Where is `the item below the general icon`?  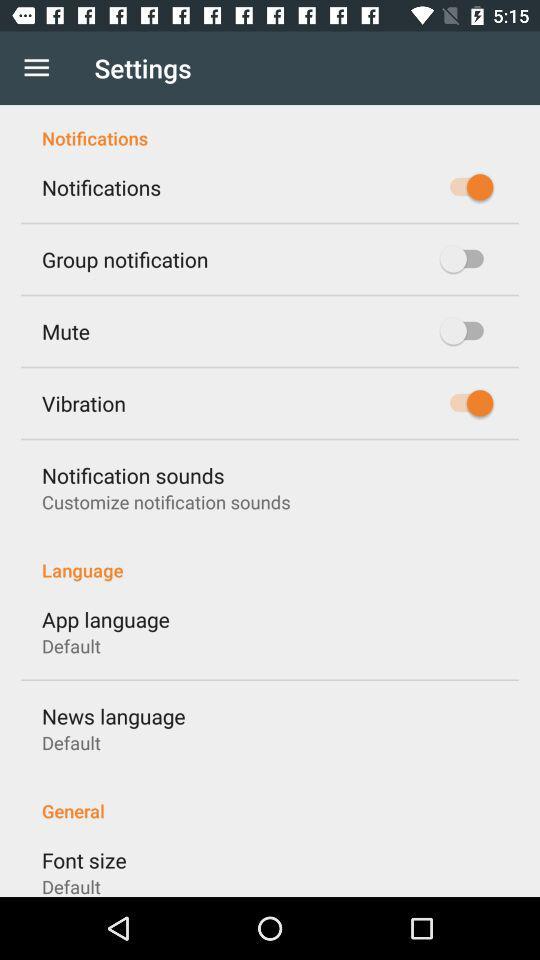
the item below the general icon is located at coordinates (83, 859).